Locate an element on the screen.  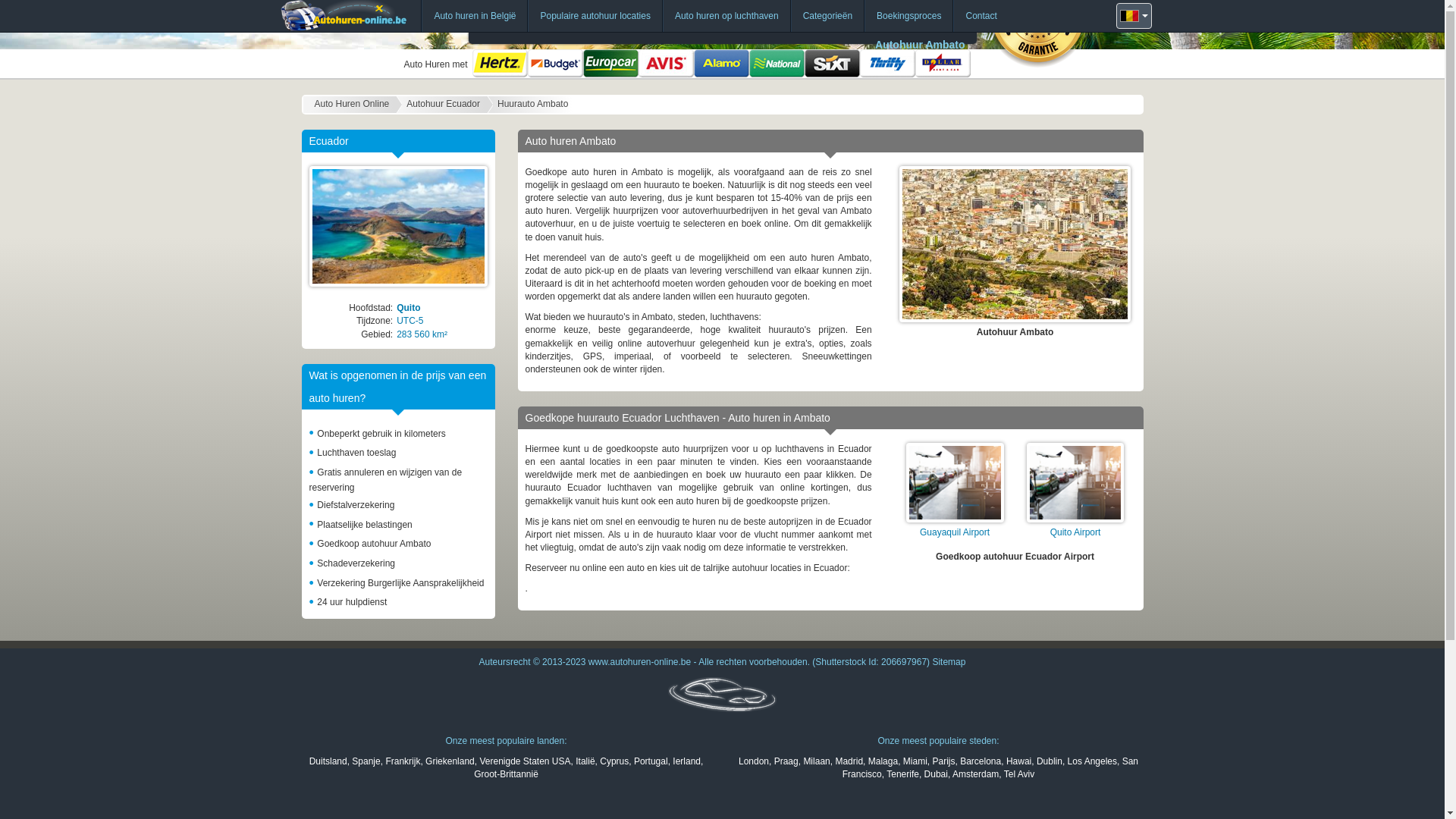
'Verenigde Staten USA' is located at coordinates (524, 761).